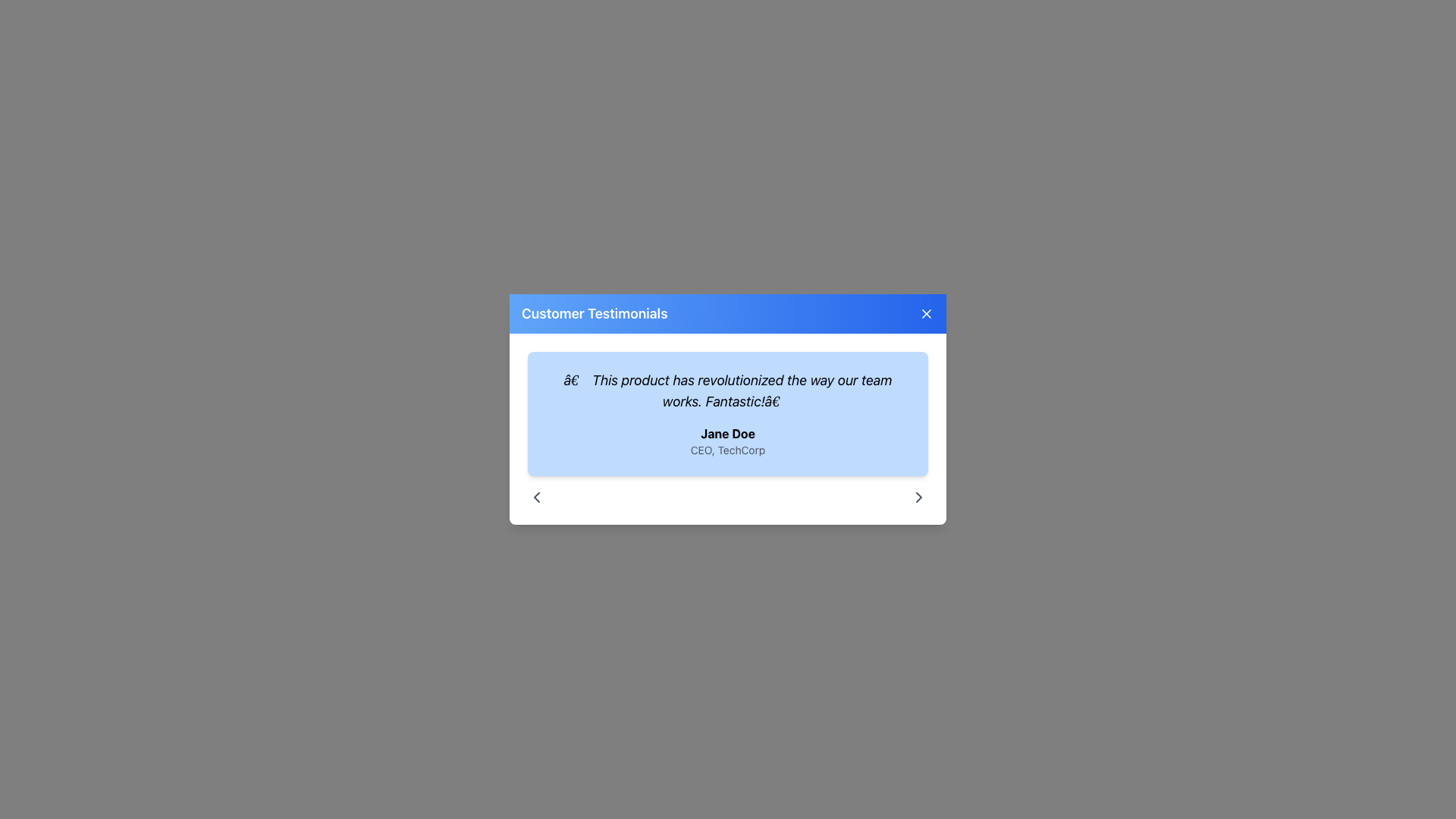  I want to click on the Text label that describes the designation (CEO) and affiliation (TechCorp) of the individual 'Jane Doe', which is centered within a blue box of a testimonial card, so click(728, 450).